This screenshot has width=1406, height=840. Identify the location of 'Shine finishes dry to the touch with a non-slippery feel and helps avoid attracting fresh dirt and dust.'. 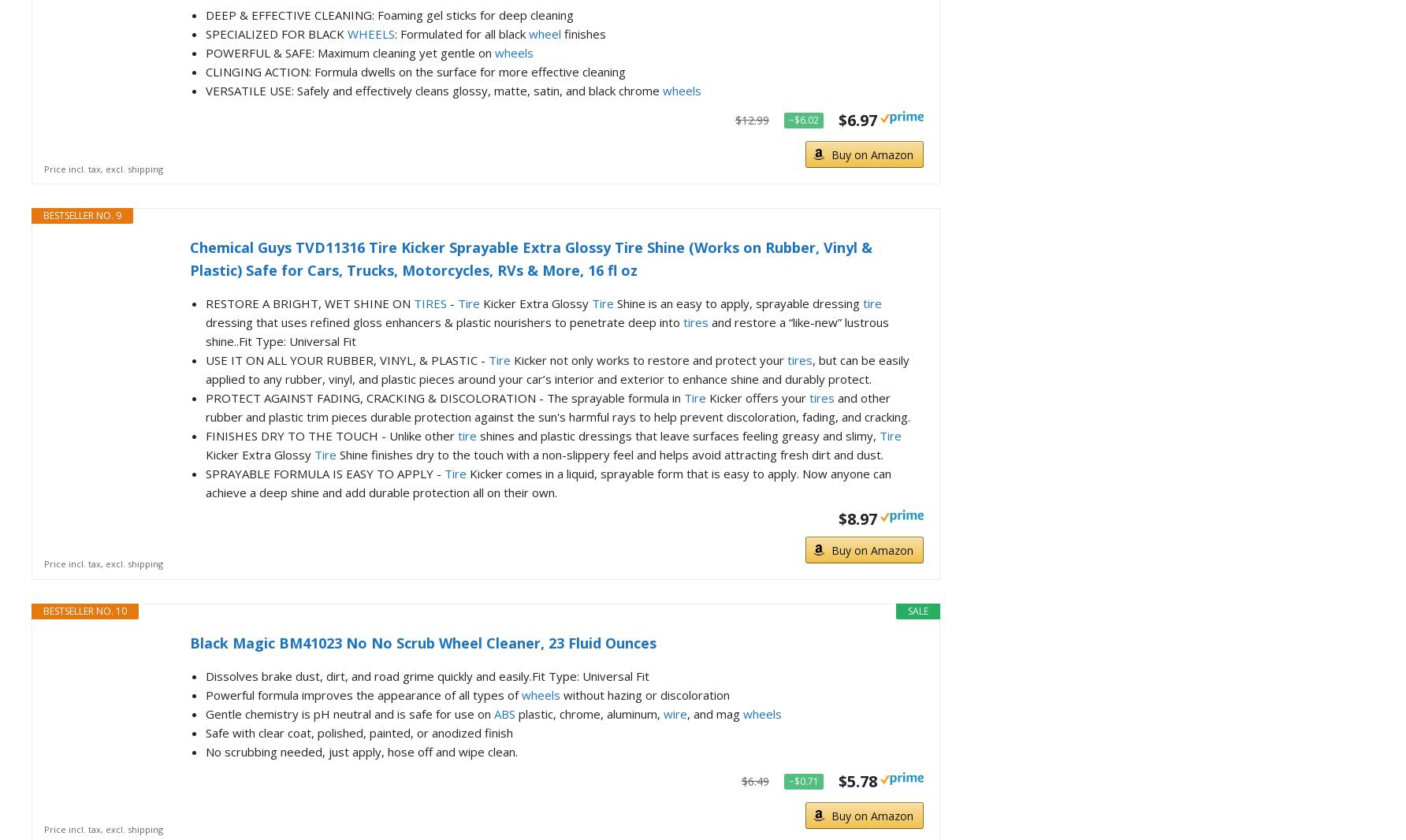
(610, 452).